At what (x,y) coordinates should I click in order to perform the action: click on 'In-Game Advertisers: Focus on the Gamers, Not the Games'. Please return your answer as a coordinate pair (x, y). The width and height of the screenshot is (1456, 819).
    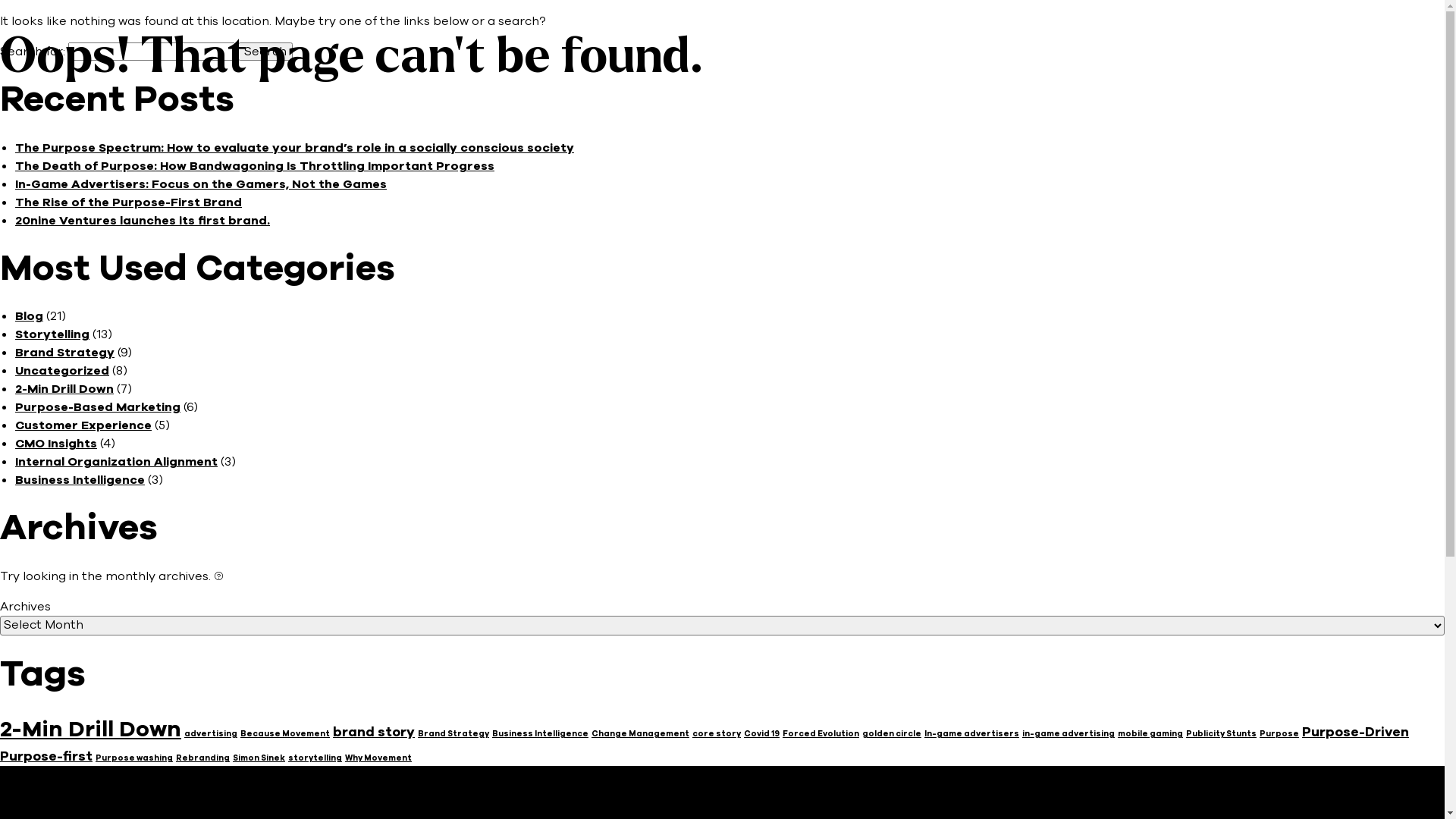
    Looking at the image, I should click on (199, 184).